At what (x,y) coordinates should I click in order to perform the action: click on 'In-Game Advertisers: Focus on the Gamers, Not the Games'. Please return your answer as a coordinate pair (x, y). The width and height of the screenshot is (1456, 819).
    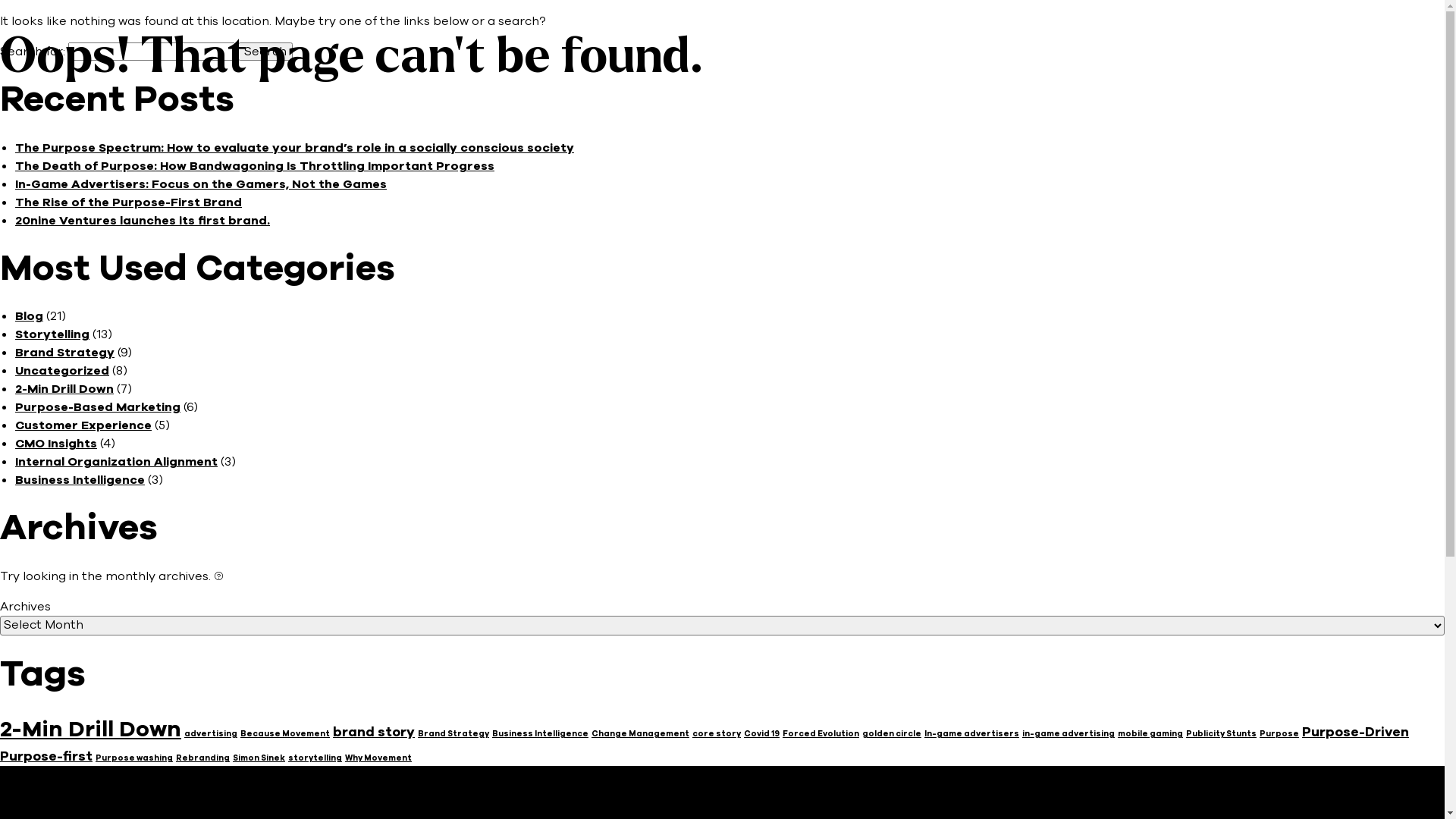
    Looking at the image, I should click on (199, 184).